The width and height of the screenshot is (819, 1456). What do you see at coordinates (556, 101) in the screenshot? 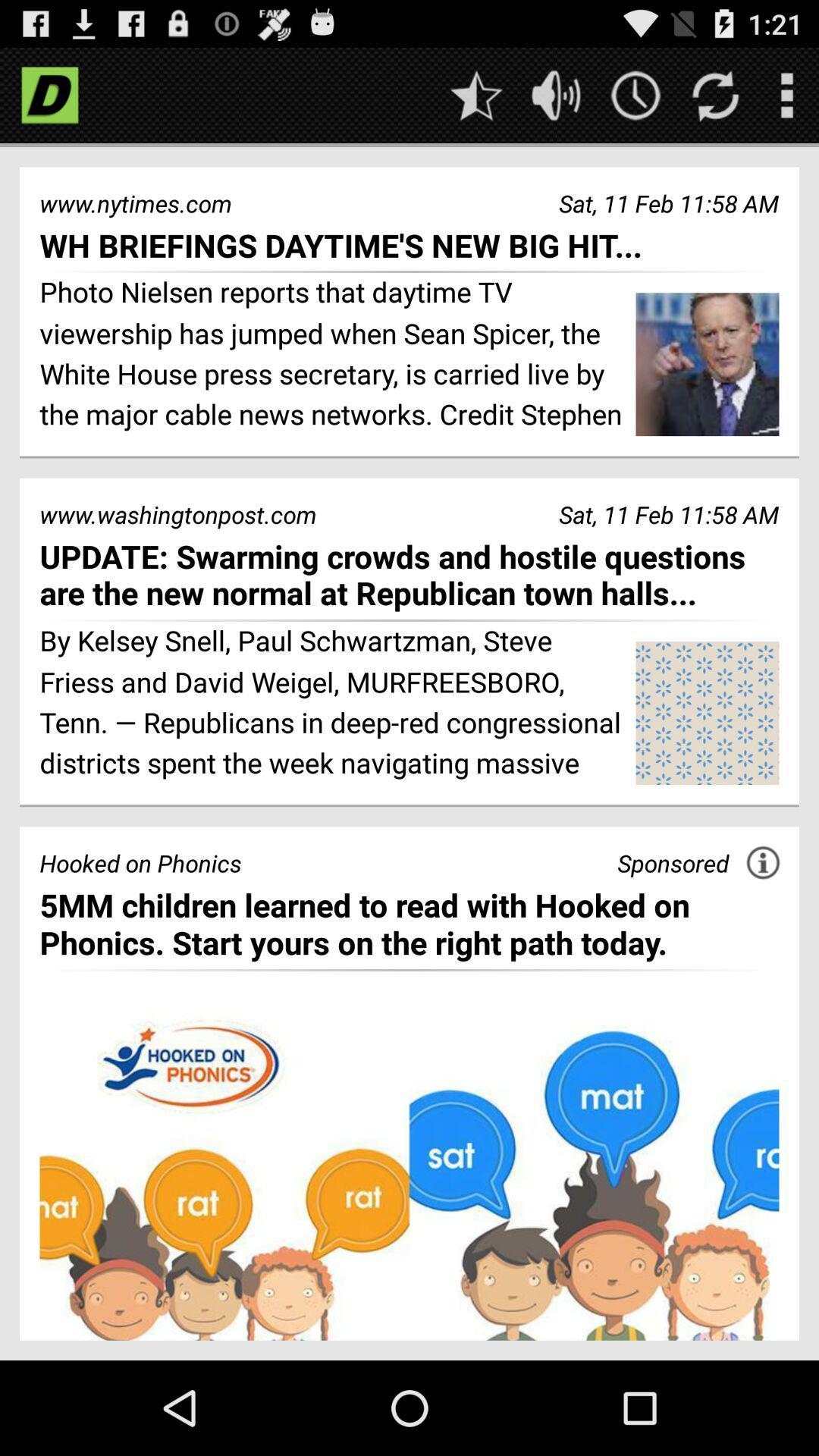
I see `the volume icon` at bounding box center [556, 101].